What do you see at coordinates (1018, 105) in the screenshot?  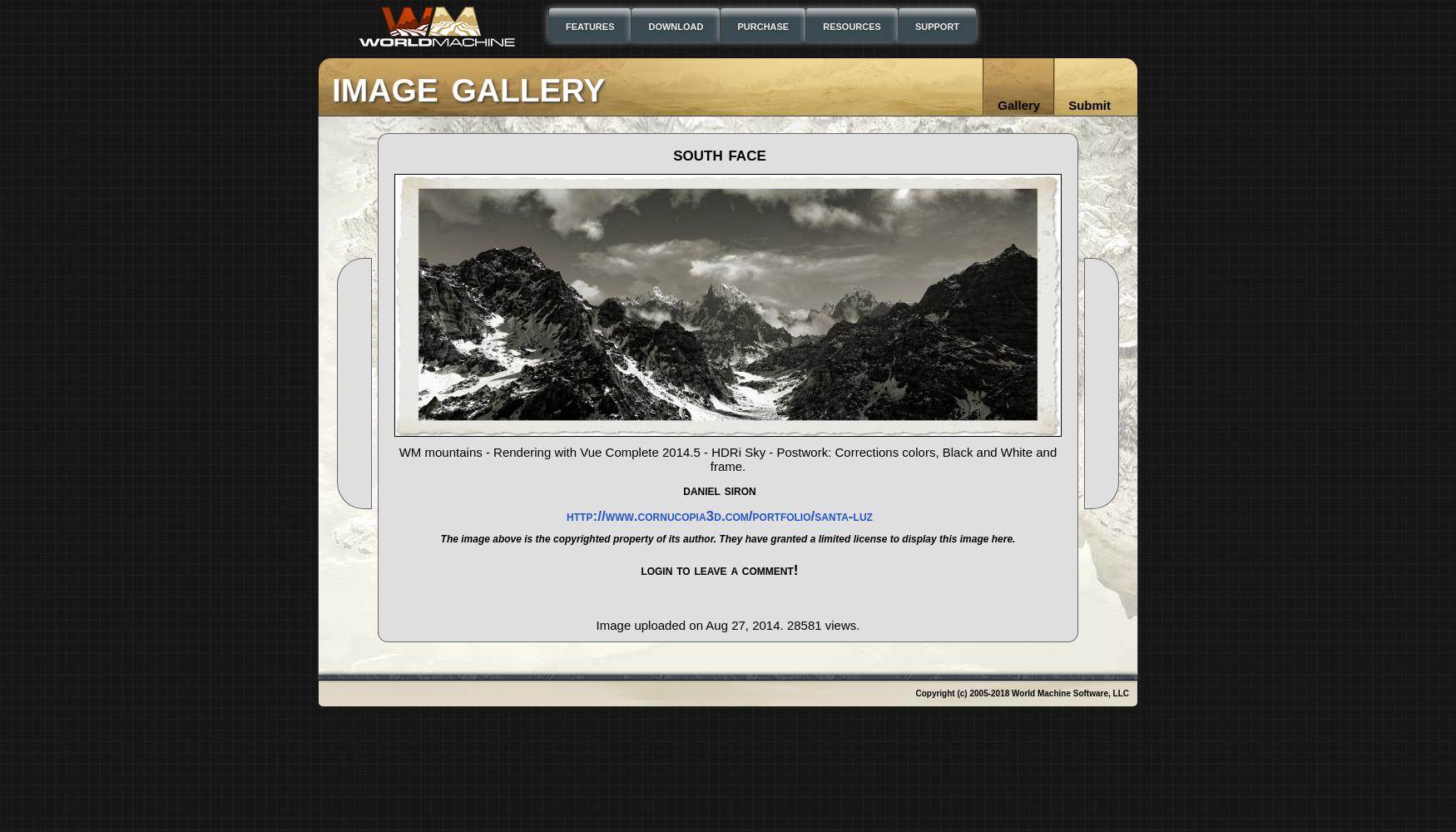 I see `'Gallery'` at bounding box center [1018, 105].